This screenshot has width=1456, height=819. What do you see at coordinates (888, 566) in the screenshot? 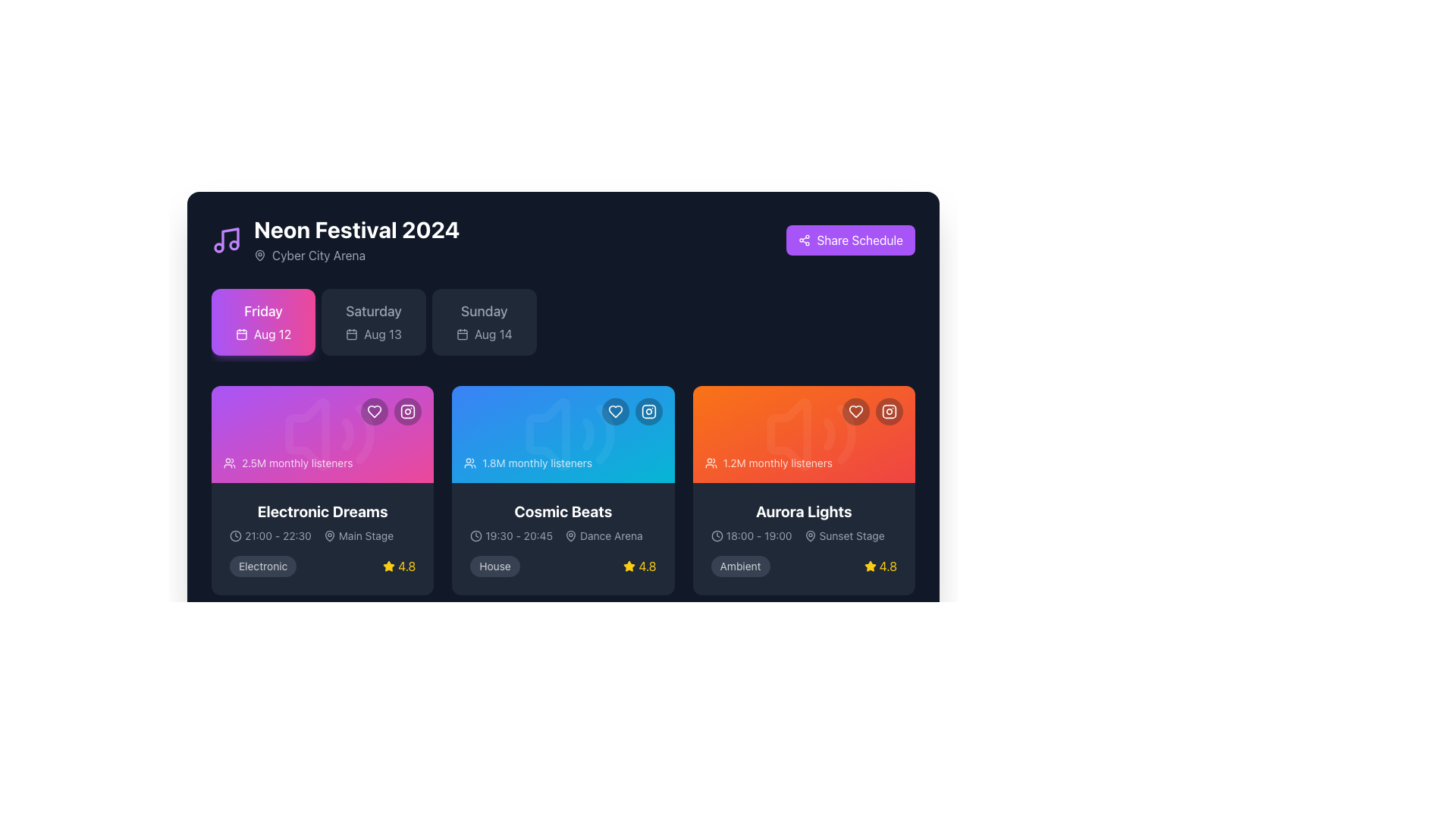
I see `the rating value display showing '4.8' styled in yellow, which is adjacent to the small yellow star icon in the footer area of the 'Aurora Lights' card layout for visual context` at bounding box center [888, 566].